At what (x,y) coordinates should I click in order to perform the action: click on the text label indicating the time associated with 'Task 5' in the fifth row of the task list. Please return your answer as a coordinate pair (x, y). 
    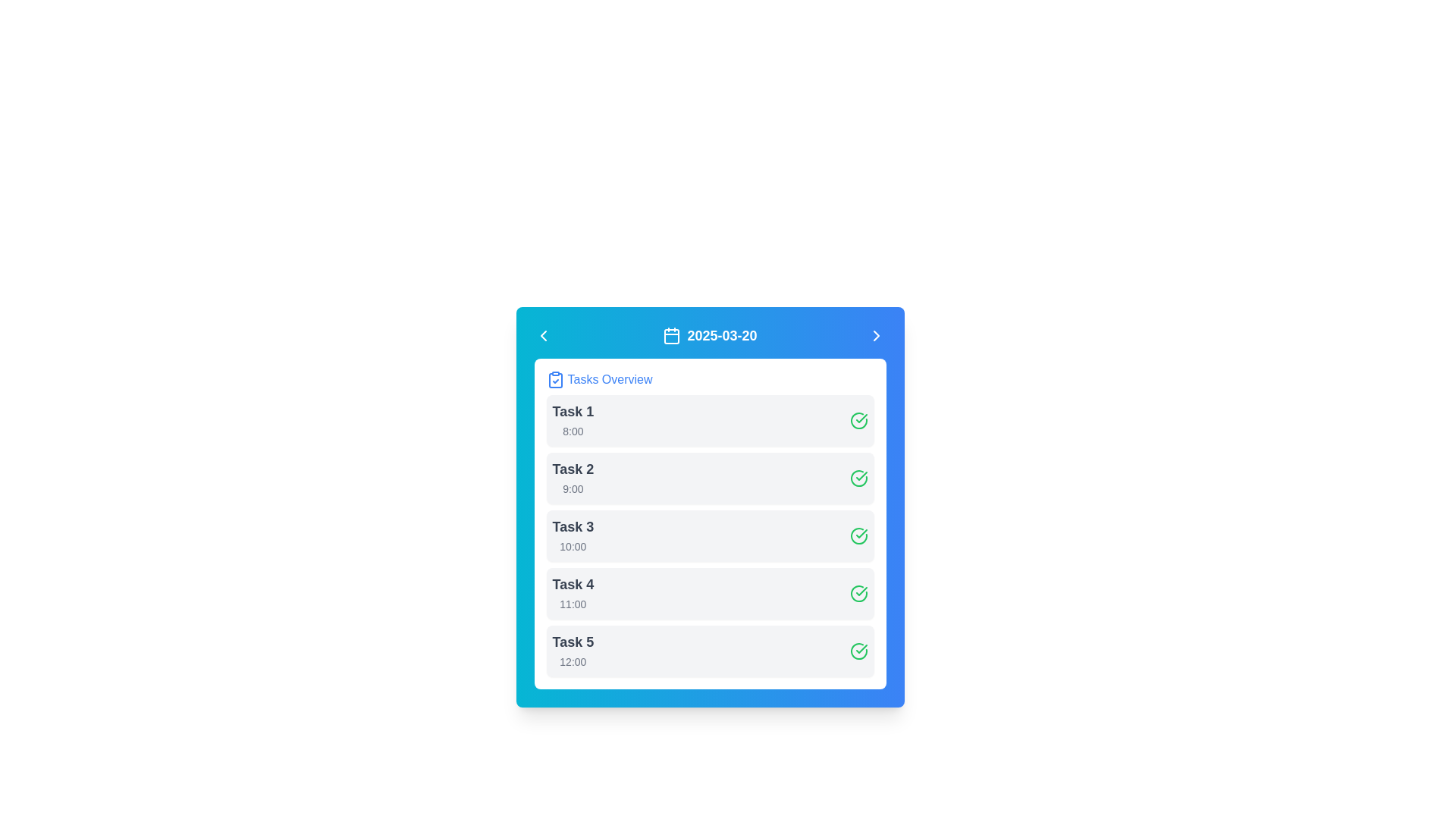
    Looking at the image, I should click on (572, 661).